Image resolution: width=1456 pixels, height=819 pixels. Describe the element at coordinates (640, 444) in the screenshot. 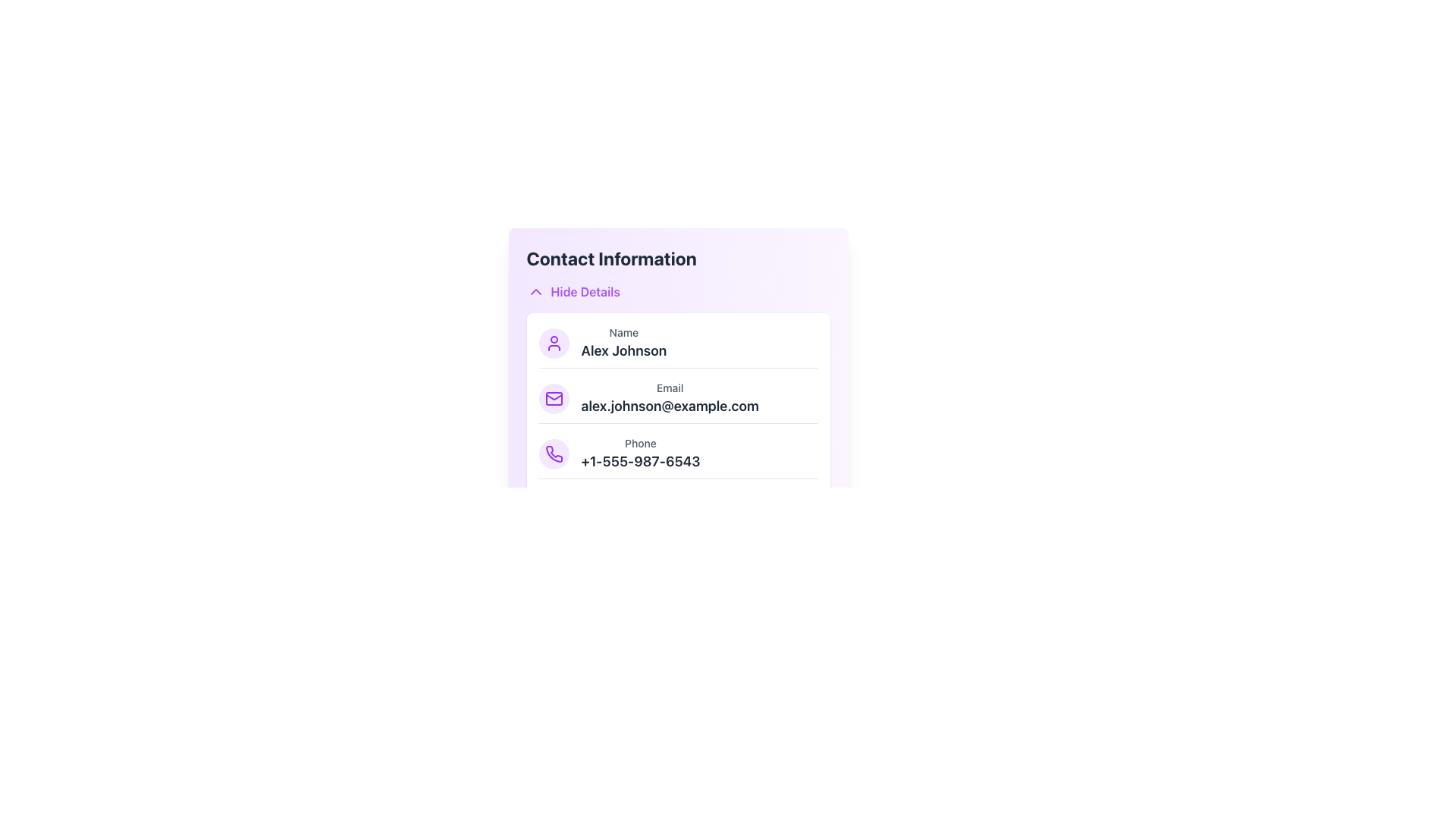

I see `the 'Phone' label, which is styled with a small font size, medium weight, and gray color, located above the phone number in the contact information card` at that location.